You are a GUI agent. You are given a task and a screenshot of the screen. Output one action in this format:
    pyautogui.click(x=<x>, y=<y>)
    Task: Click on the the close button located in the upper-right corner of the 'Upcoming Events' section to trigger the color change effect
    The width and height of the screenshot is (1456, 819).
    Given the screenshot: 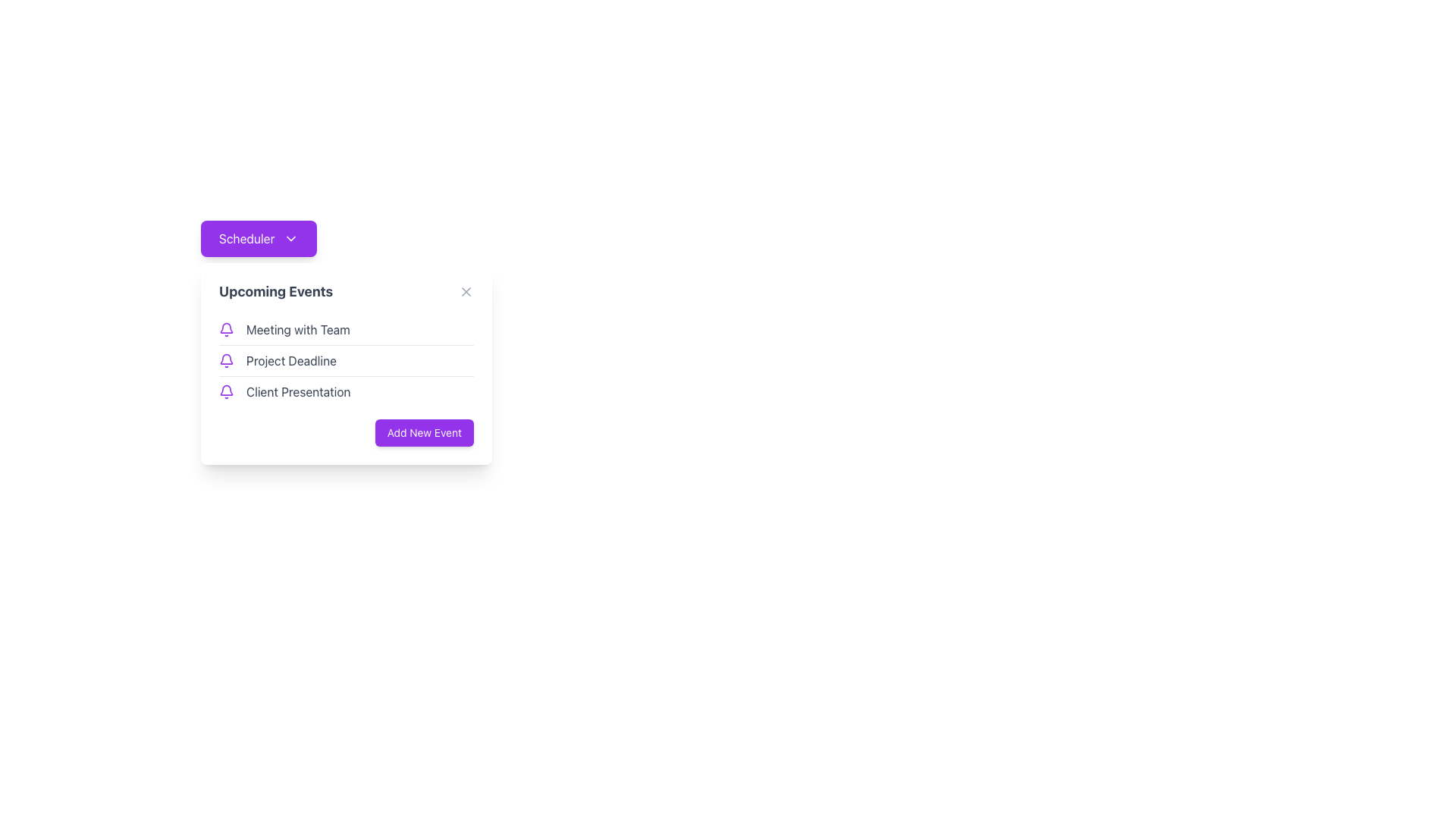 What is the action you would take?
    pyautogui.click(x=465, y=292)
    